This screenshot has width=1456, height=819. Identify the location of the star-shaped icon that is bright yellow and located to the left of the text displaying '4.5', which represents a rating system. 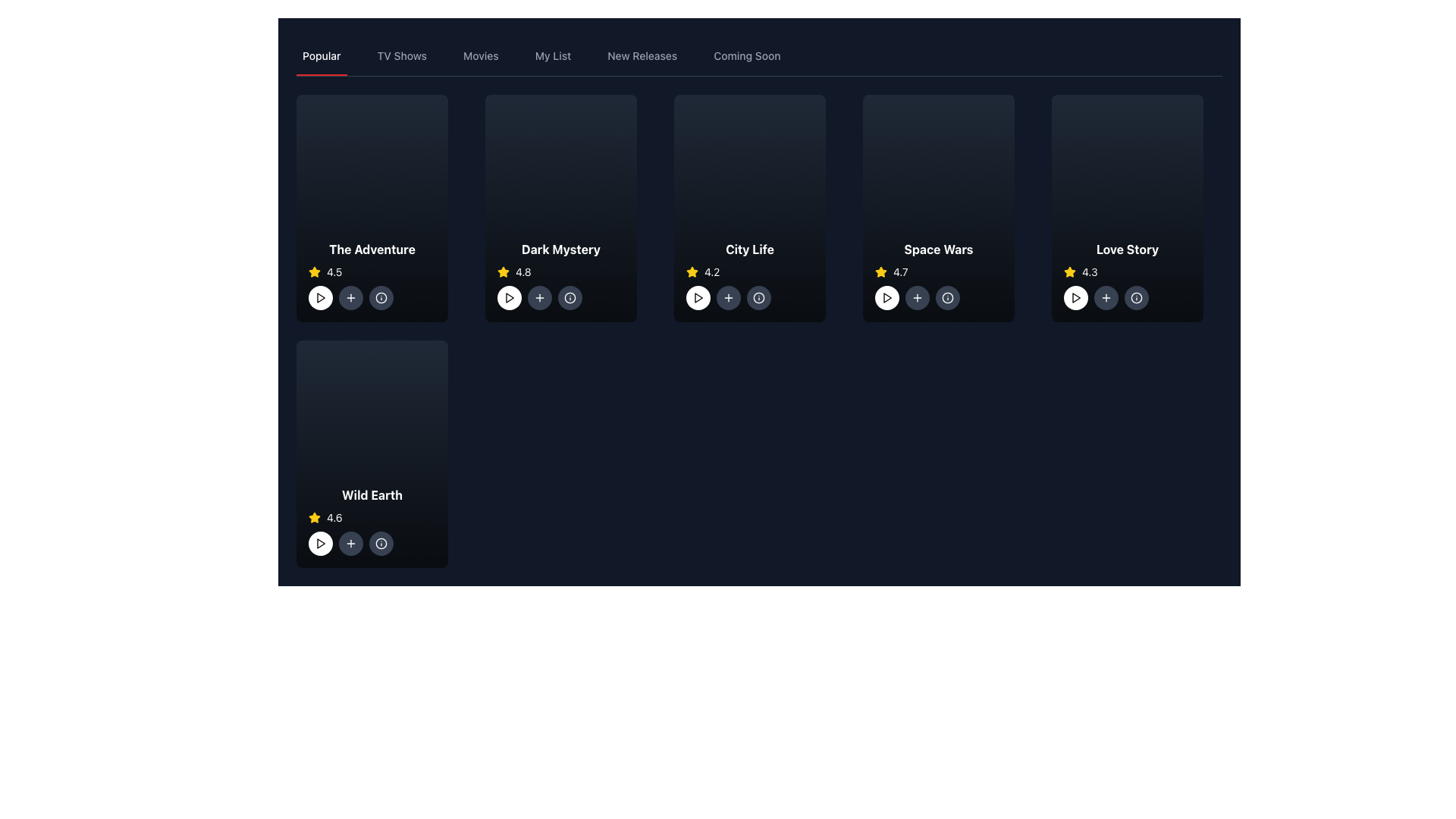
(313, 271).